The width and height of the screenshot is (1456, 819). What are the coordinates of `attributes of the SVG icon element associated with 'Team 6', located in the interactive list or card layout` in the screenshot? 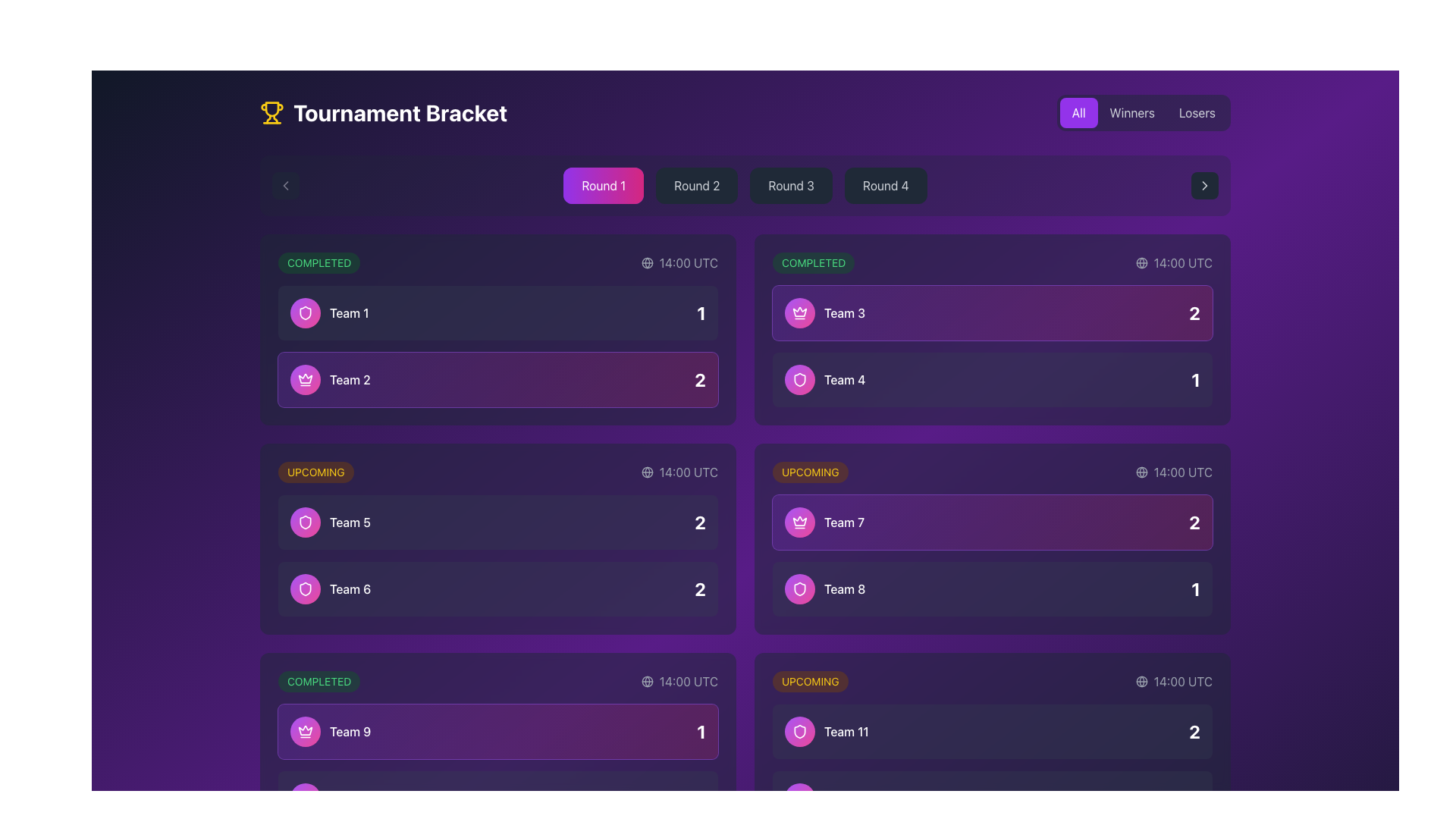 It's located at (305, 588).